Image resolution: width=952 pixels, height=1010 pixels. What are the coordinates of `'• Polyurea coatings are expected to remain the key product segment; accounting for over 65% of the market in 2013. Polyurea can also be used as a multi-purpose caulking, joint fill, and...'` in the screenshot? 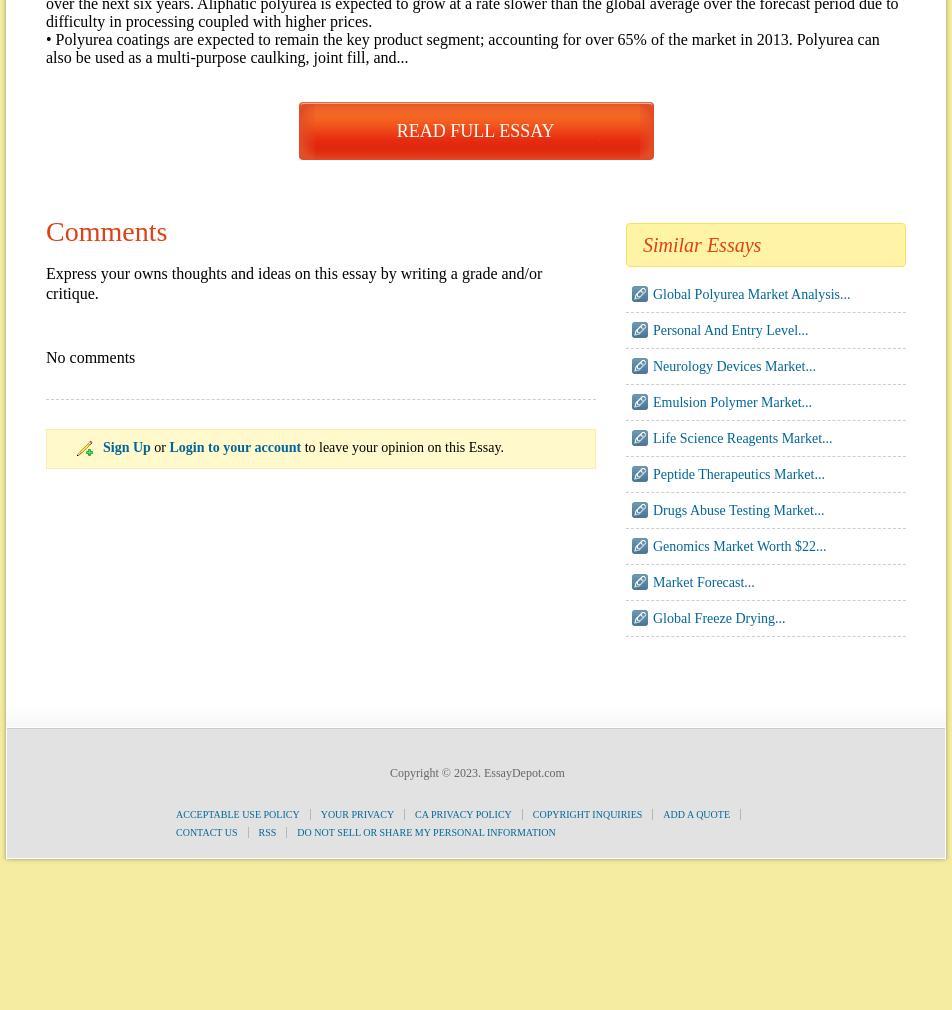 It's located at (45, 47).